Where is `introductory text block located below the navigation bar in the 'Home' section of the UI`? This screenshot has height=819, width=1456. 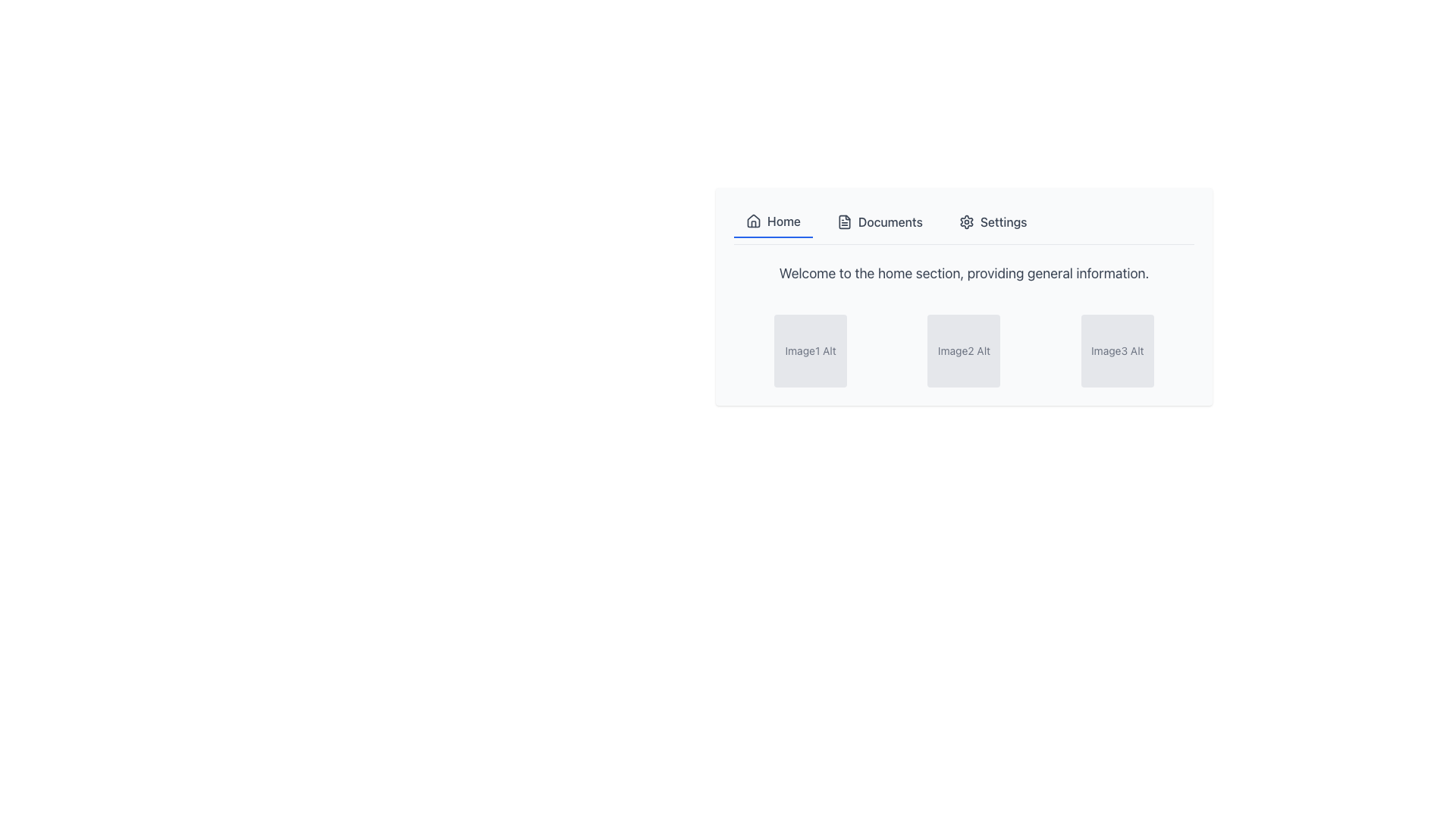 introductory text block located below the navigation bar in the 'Home' section of the UI is located at coordinates (963, 274).